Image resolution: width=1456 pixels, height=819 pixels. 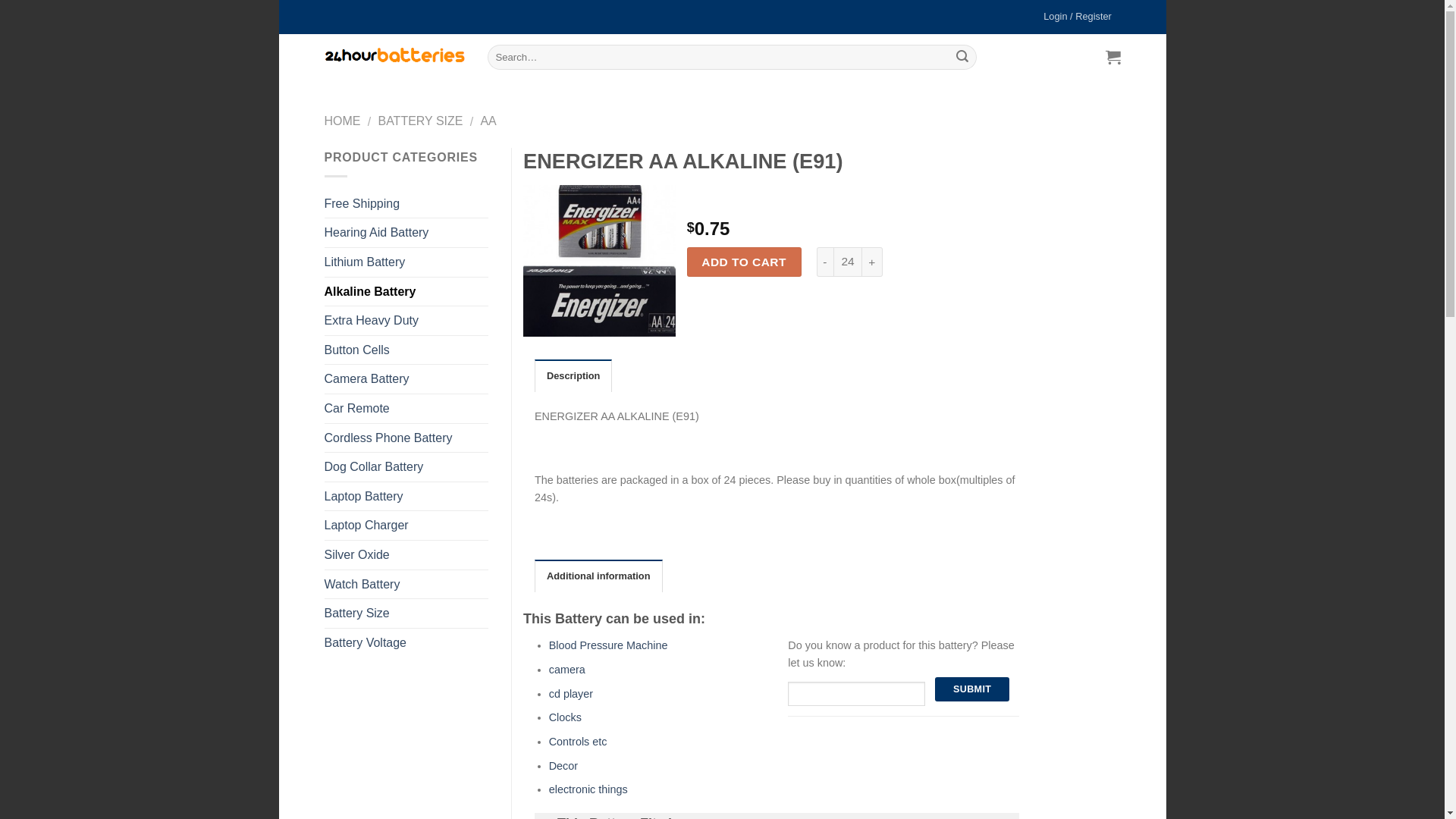 What do you see at coordinates (406, 438) in the screenshot?
I see `'Cordless Phone Battery'` at bounding box center [406, 438].